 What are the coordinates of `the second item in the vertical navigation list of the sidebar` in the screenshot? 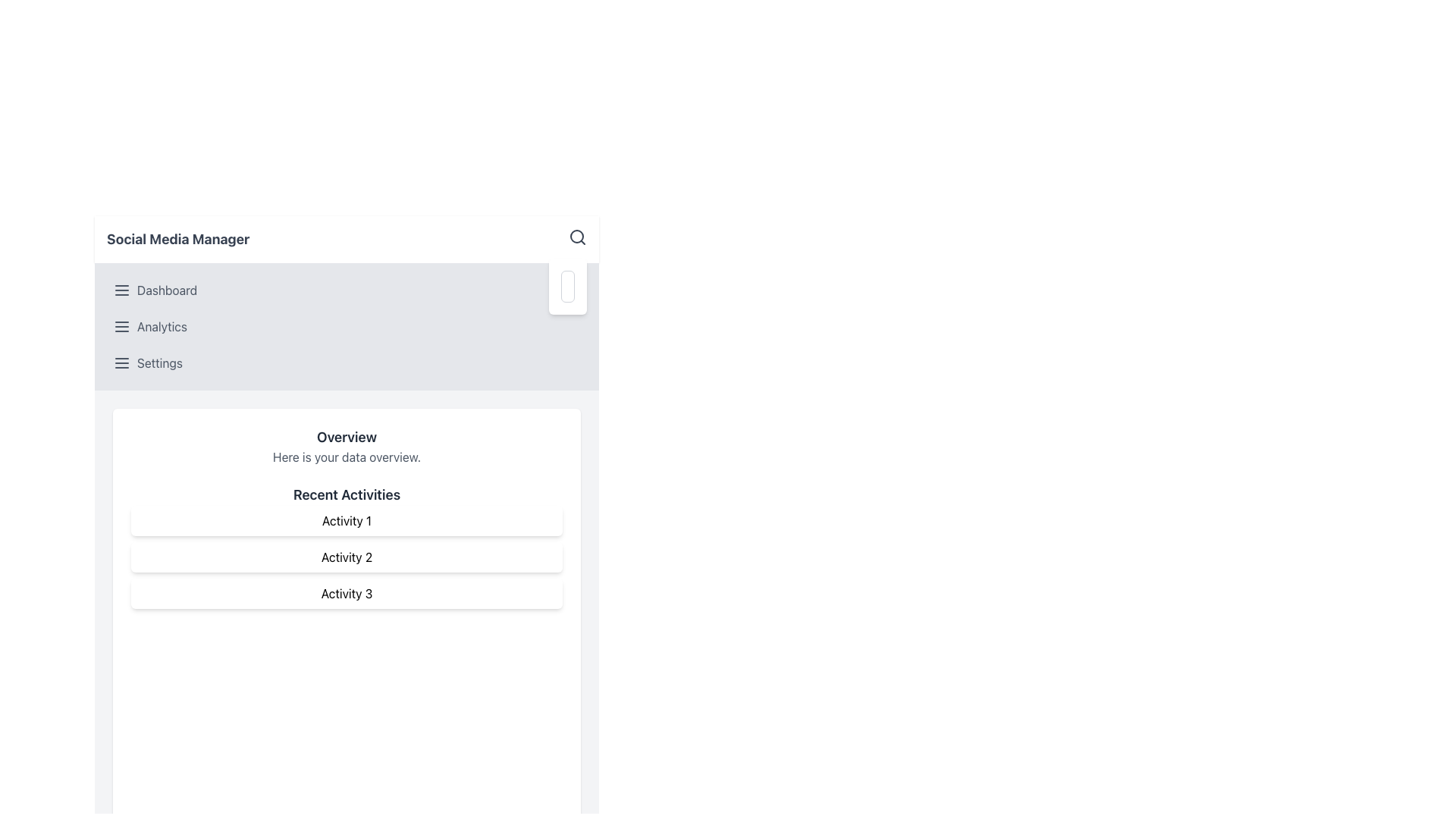 It's located at (346, 326).